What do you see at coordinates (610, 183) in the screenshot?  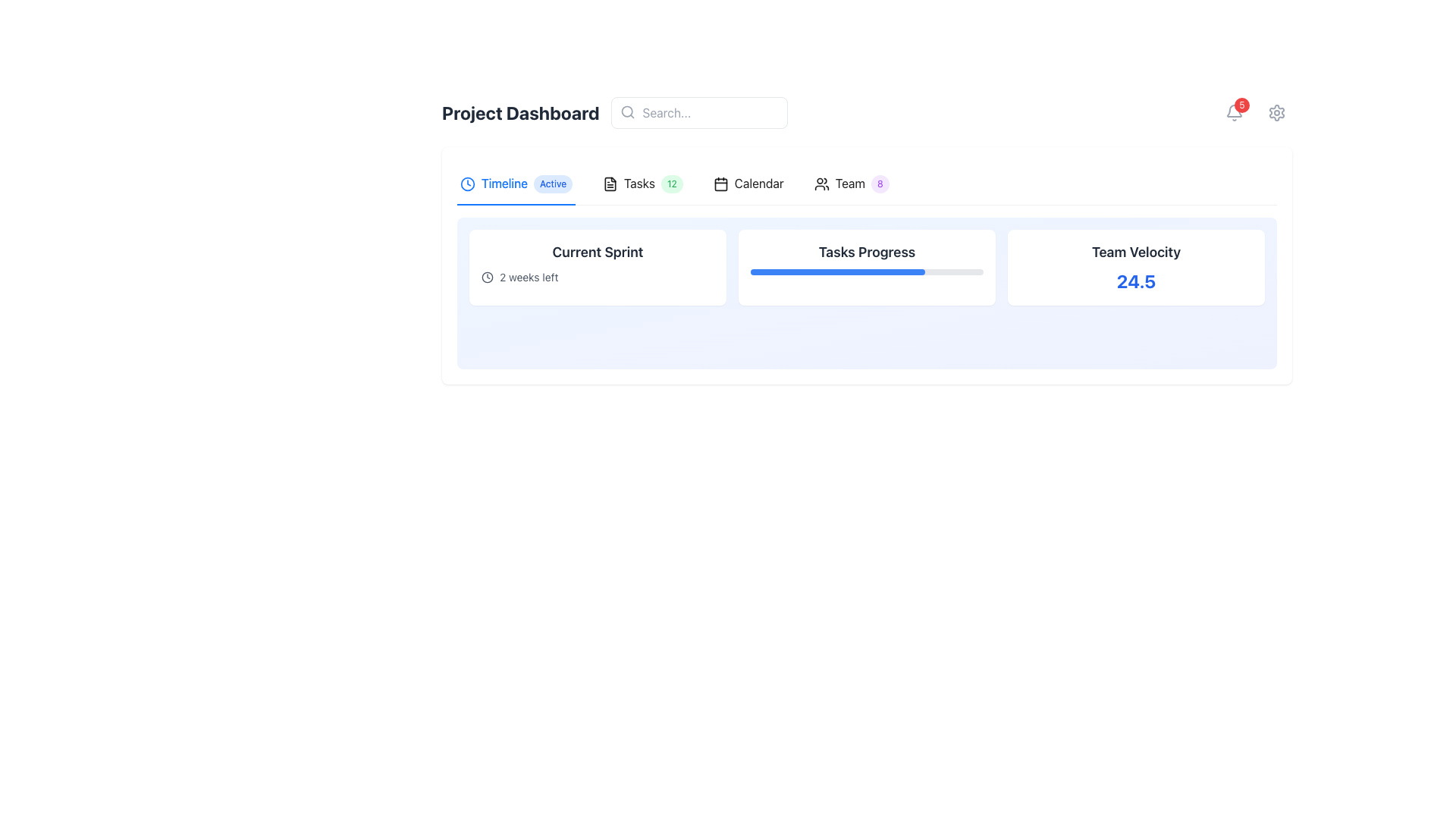 I see `the 'Tasks' icon in the top navigation menu` at bounding box center [610, 183].